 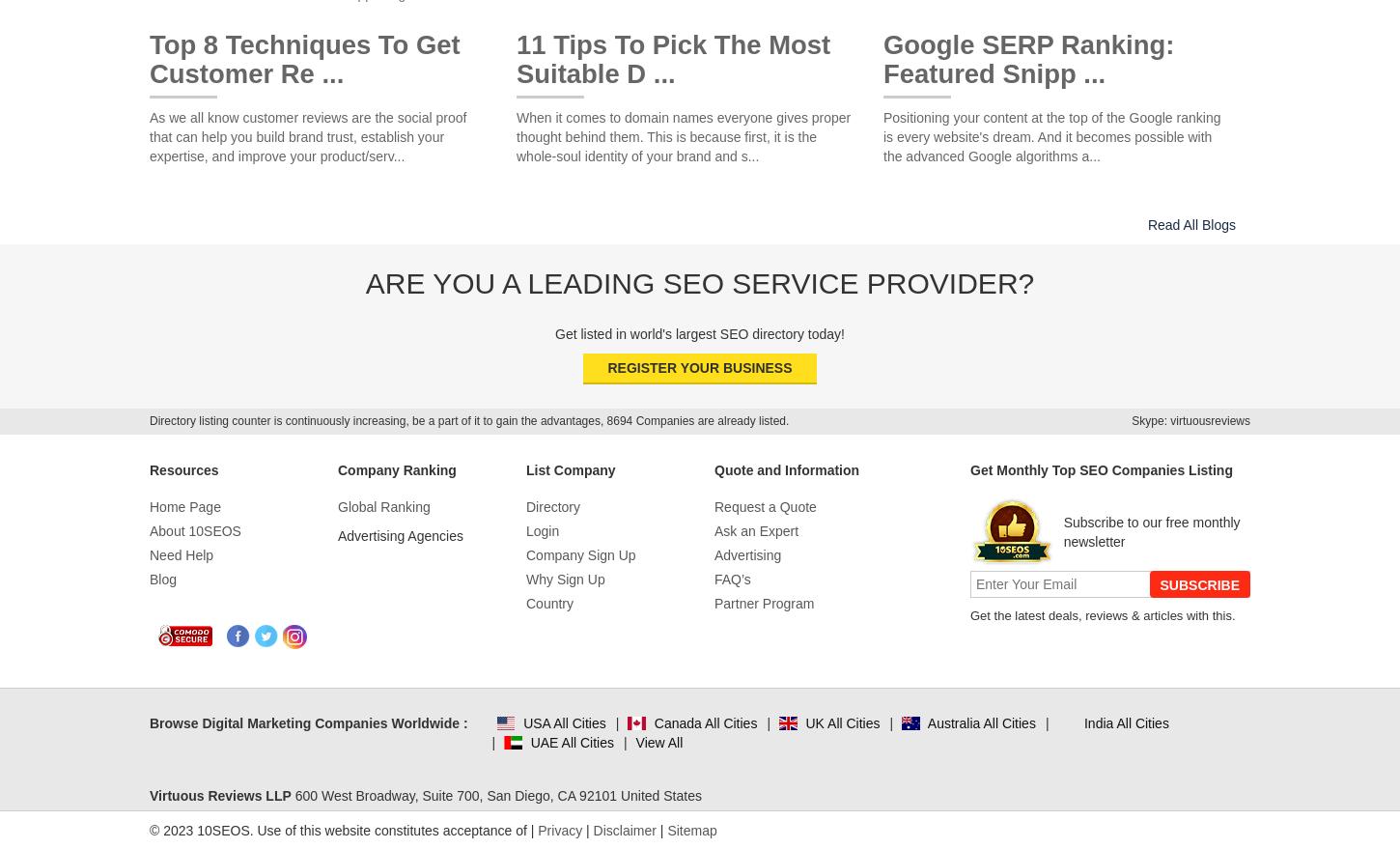 I want to click on 'Subscribe to our free monthly newsletter', so click(x=1150, y=530).